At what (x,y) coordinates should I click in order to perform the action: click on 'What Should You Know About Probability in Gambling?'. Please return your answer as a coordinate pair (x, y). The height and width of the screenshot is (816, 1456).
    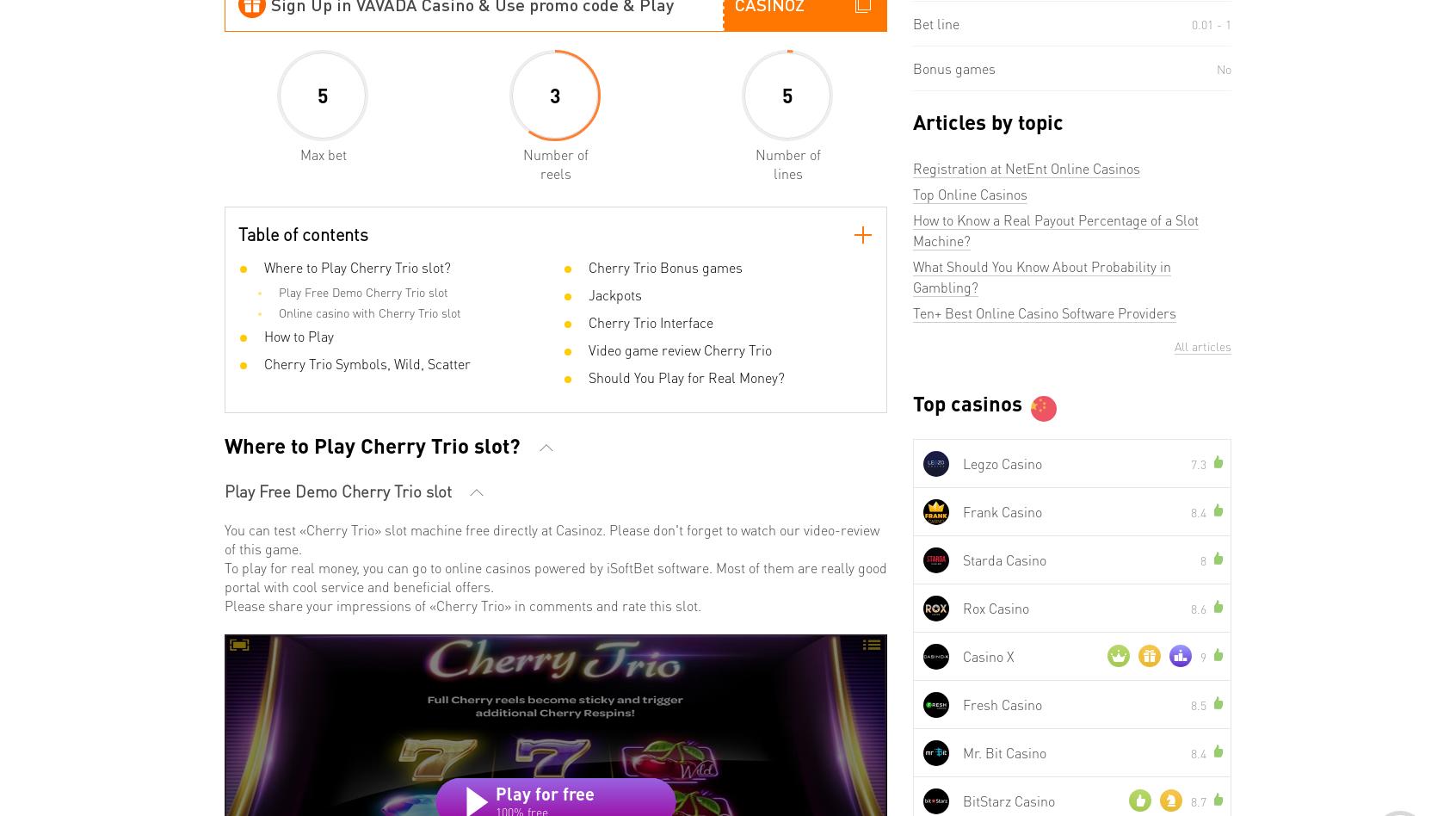
    Looking at the image, I should click on (1041, 276).